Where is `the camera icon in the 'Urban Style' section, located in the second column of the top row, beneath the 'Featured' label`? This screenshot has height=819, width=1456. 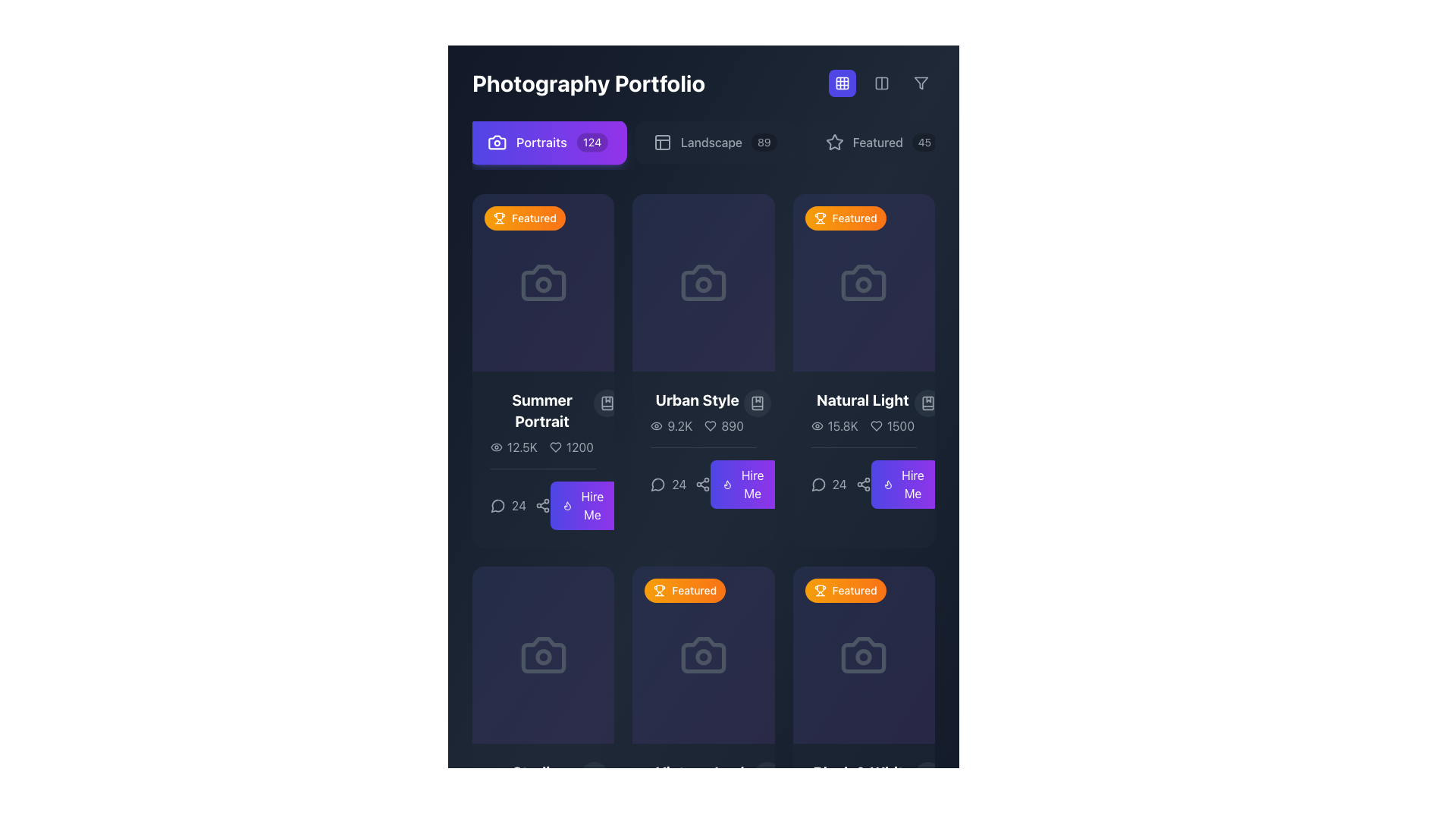
the camera icon in the 'Urban Style' section, located in the second column of the top row, beneath the 'Featured' label is located at coordinates (702, 283).